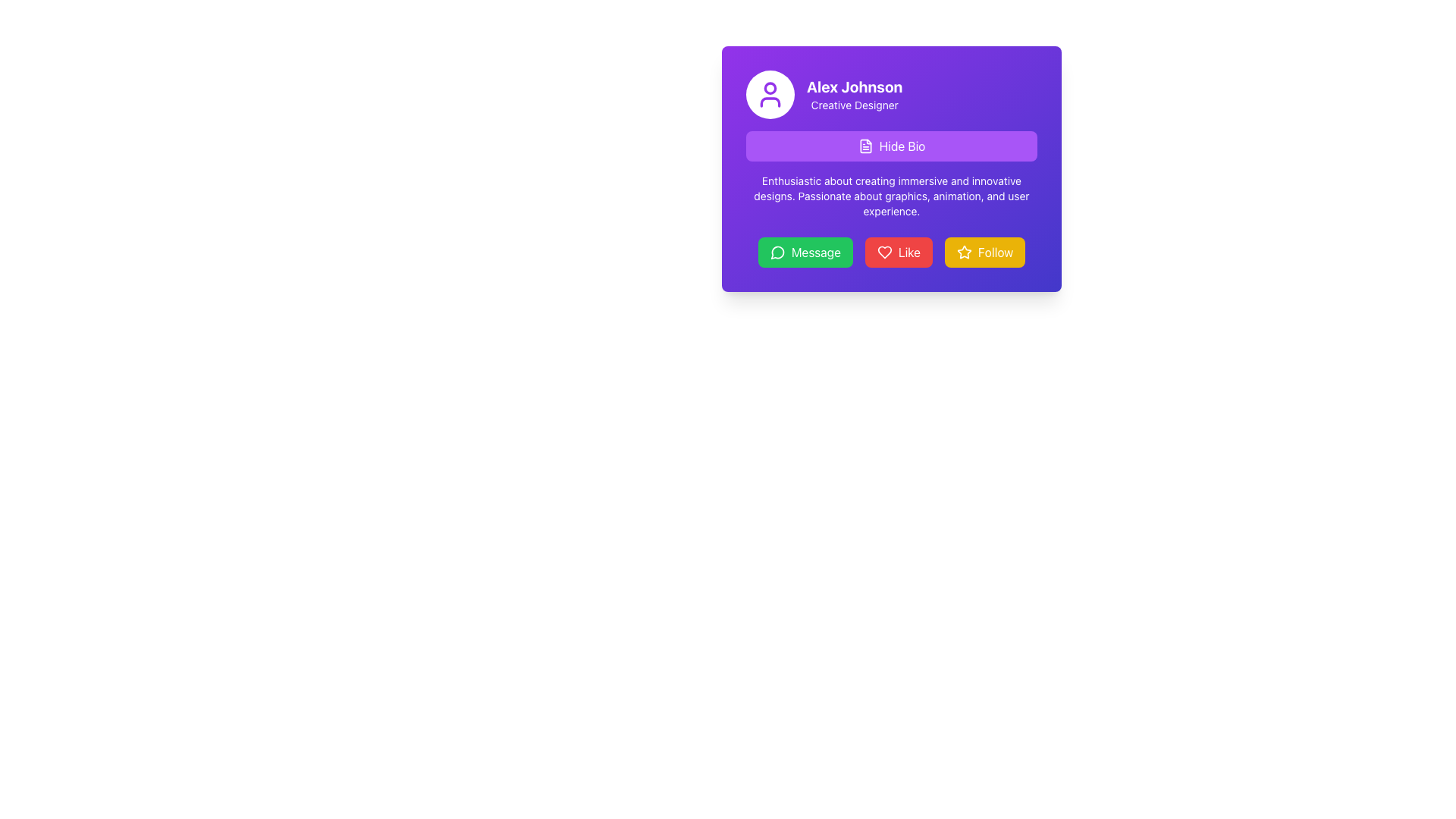 The image size is (1456, 819). What do you see at coordinates (996, 251) in the screenshot?
I see `the 'Follow' text within the bright yellow button located at the bottom-right corner of the purple profile card` at bounding box center [996, 251].